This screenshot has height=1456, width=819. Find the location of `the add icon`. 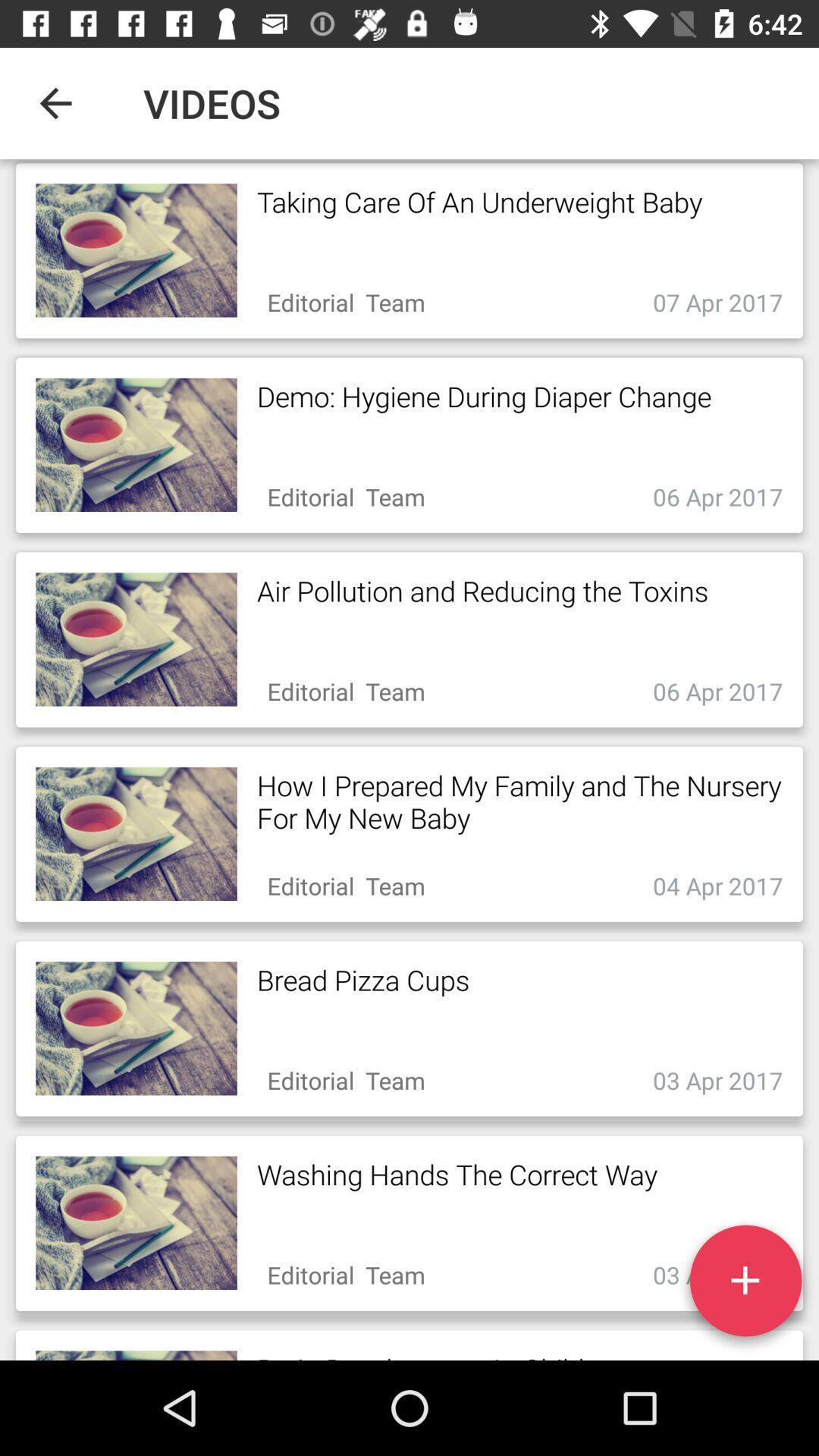

the add icon is located at coordinates (745, 1285).